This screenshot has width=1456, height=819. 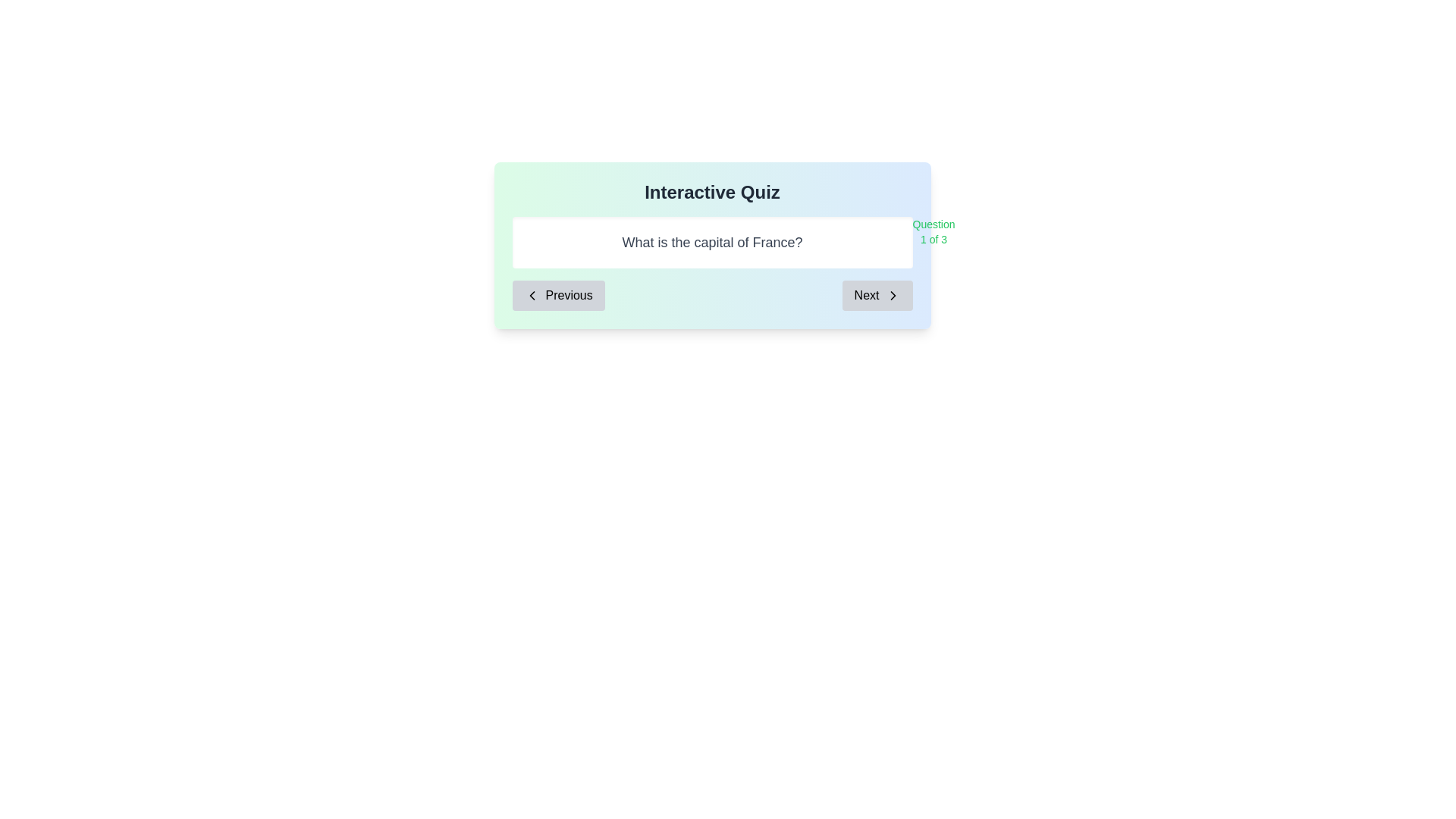 I want to click on the white rounded box containing the question 'What is the capital of France?' located in the 'Interactive Quiz' section, so click(x=711, y=242).